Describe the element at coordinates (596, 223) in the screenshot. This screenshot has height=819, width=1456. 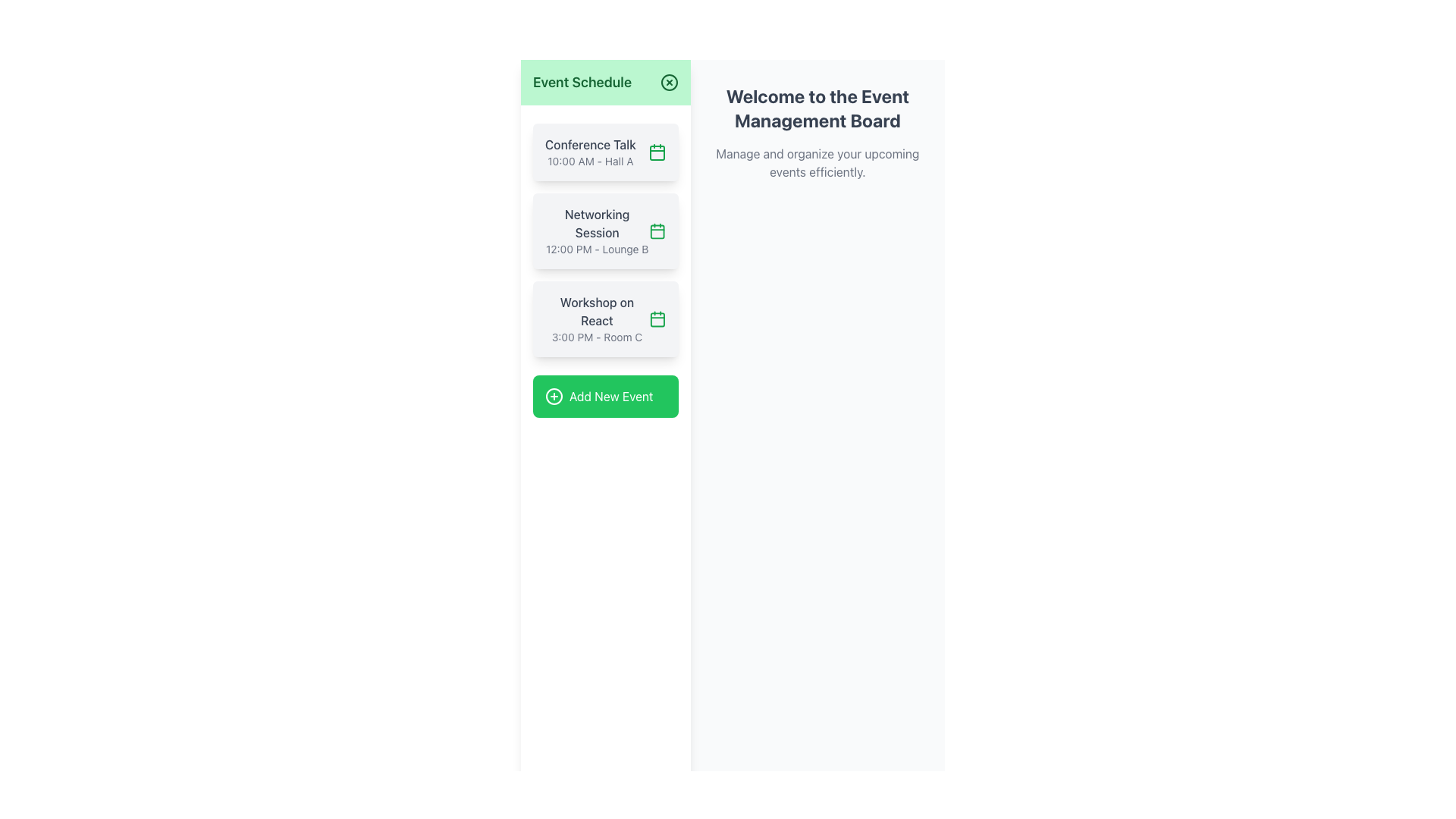
I see `text content of the title or header Text Label located in the second card of the 'Event Schedule' list, positioned above '12:00 PM - Lounge B'` at that location.